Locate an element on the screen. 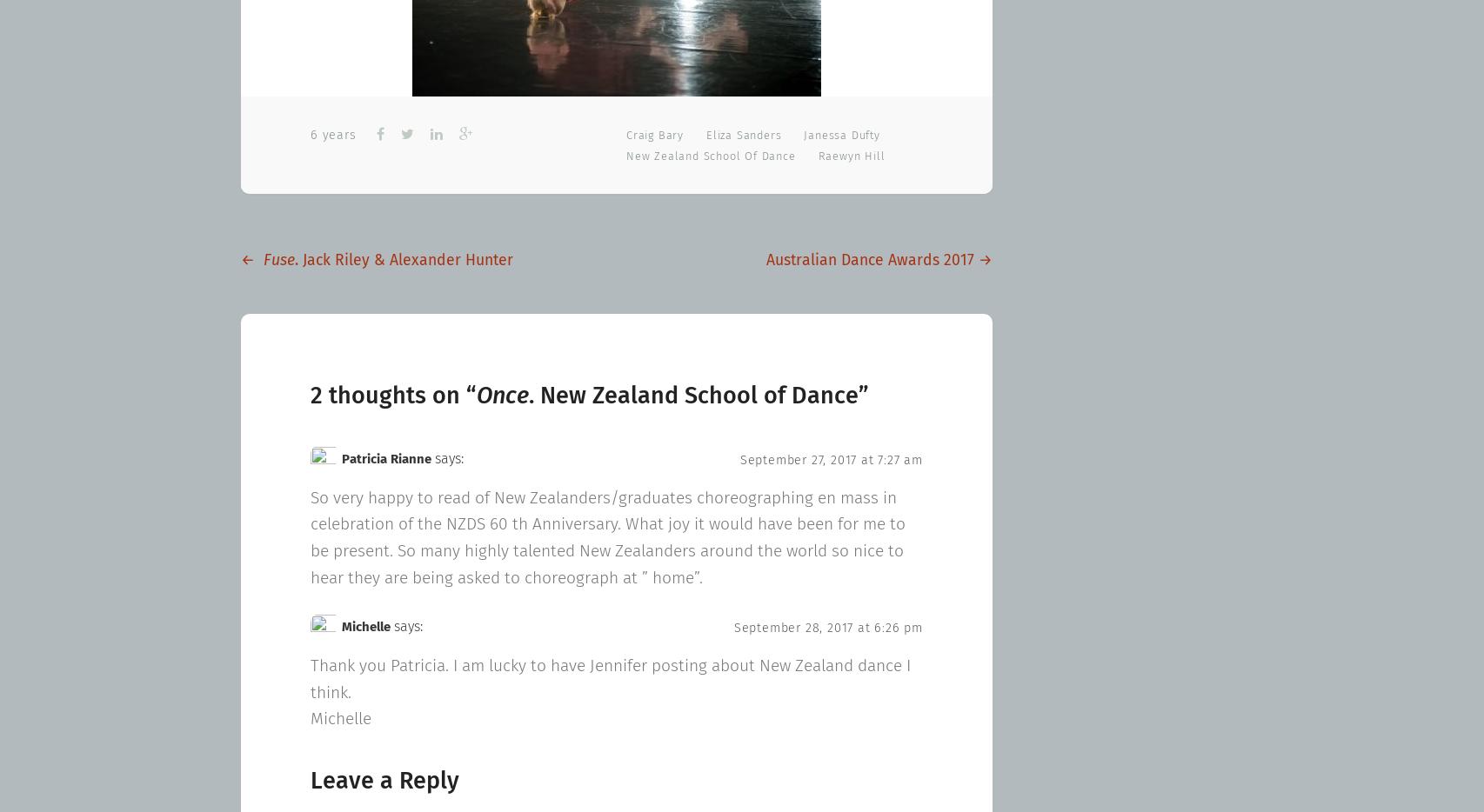  'Raewyn Hill' is located at coordinates (851, 156).